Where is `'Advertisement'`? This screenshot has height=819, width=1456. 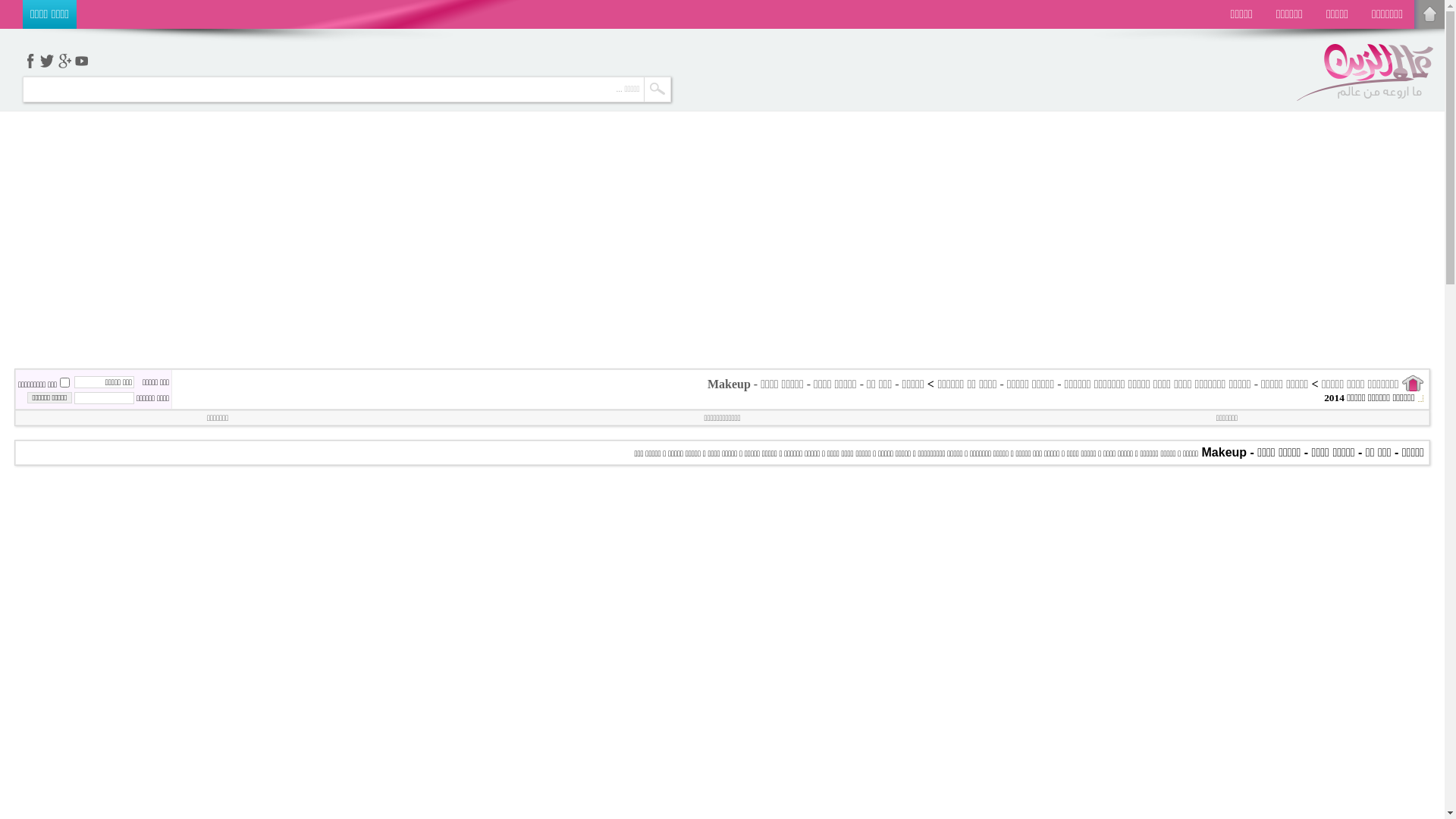 'Advertisement' is located at coordinates (551, 253).